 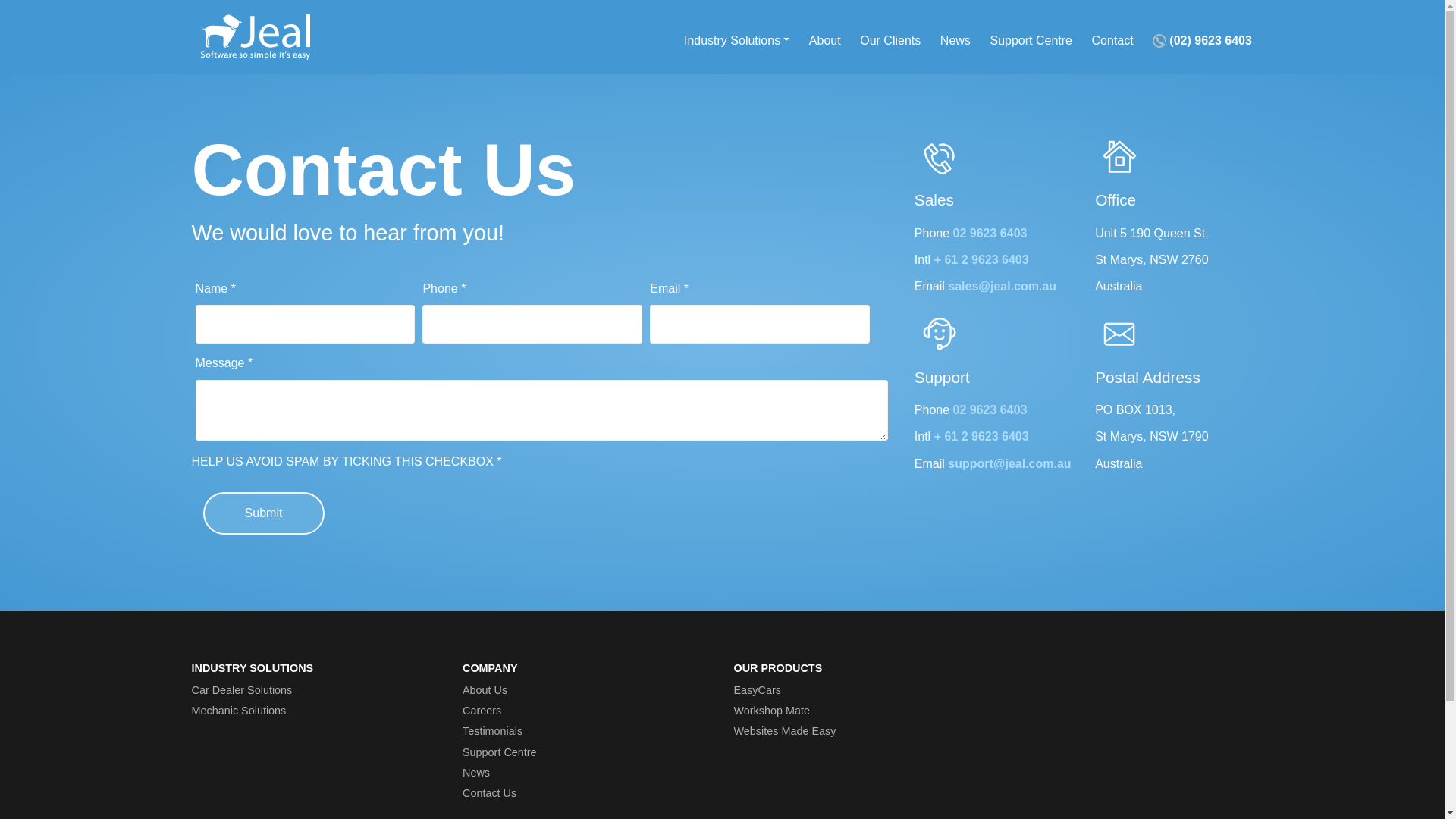 What do you see at coordinates (492, 730) in the screenshot?
I see `'Testimonials'` at bounding box center [492, 730].